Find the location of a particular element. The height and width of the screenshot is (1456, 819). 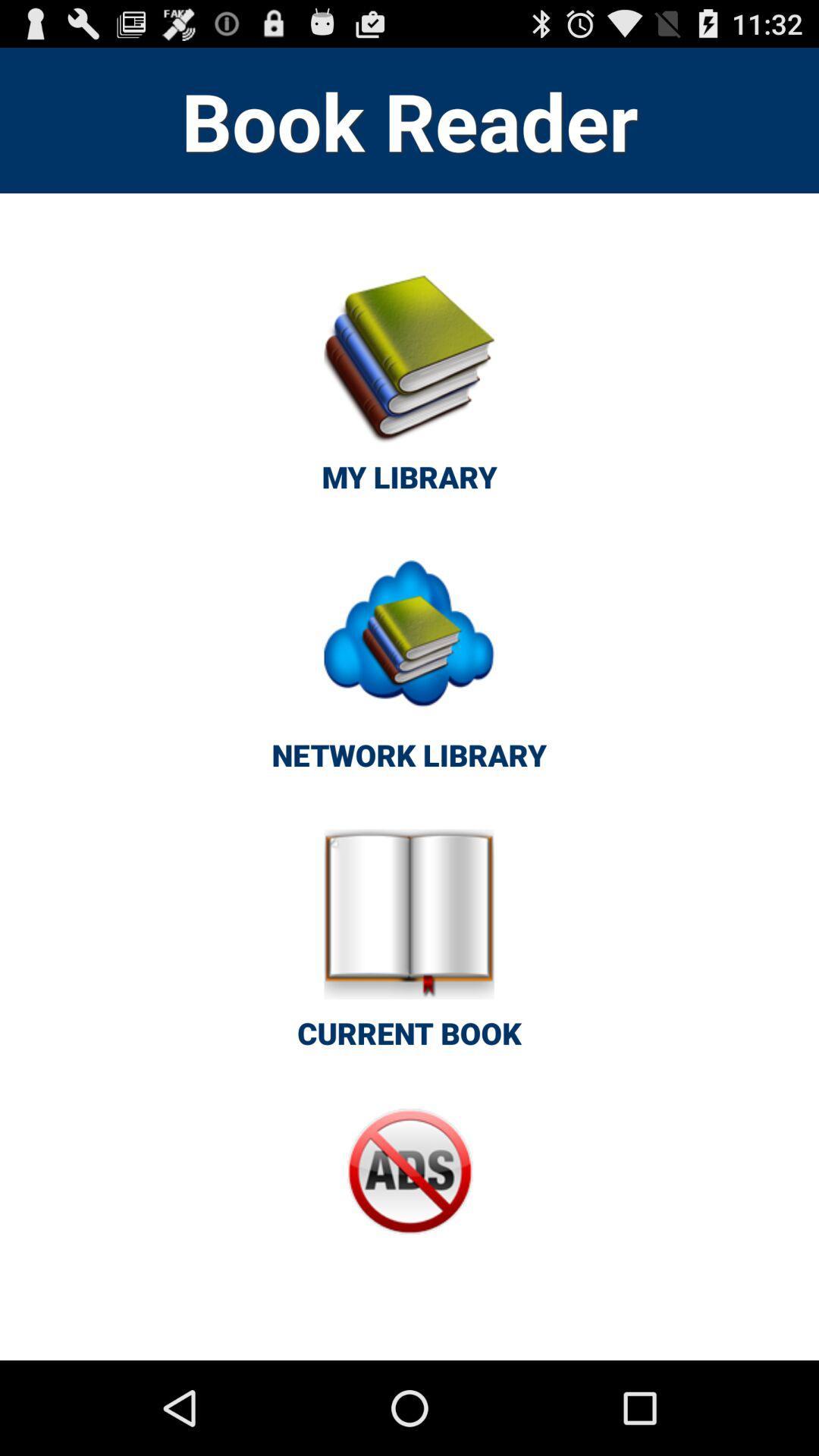

my library button is located at coordinates (409, 392).